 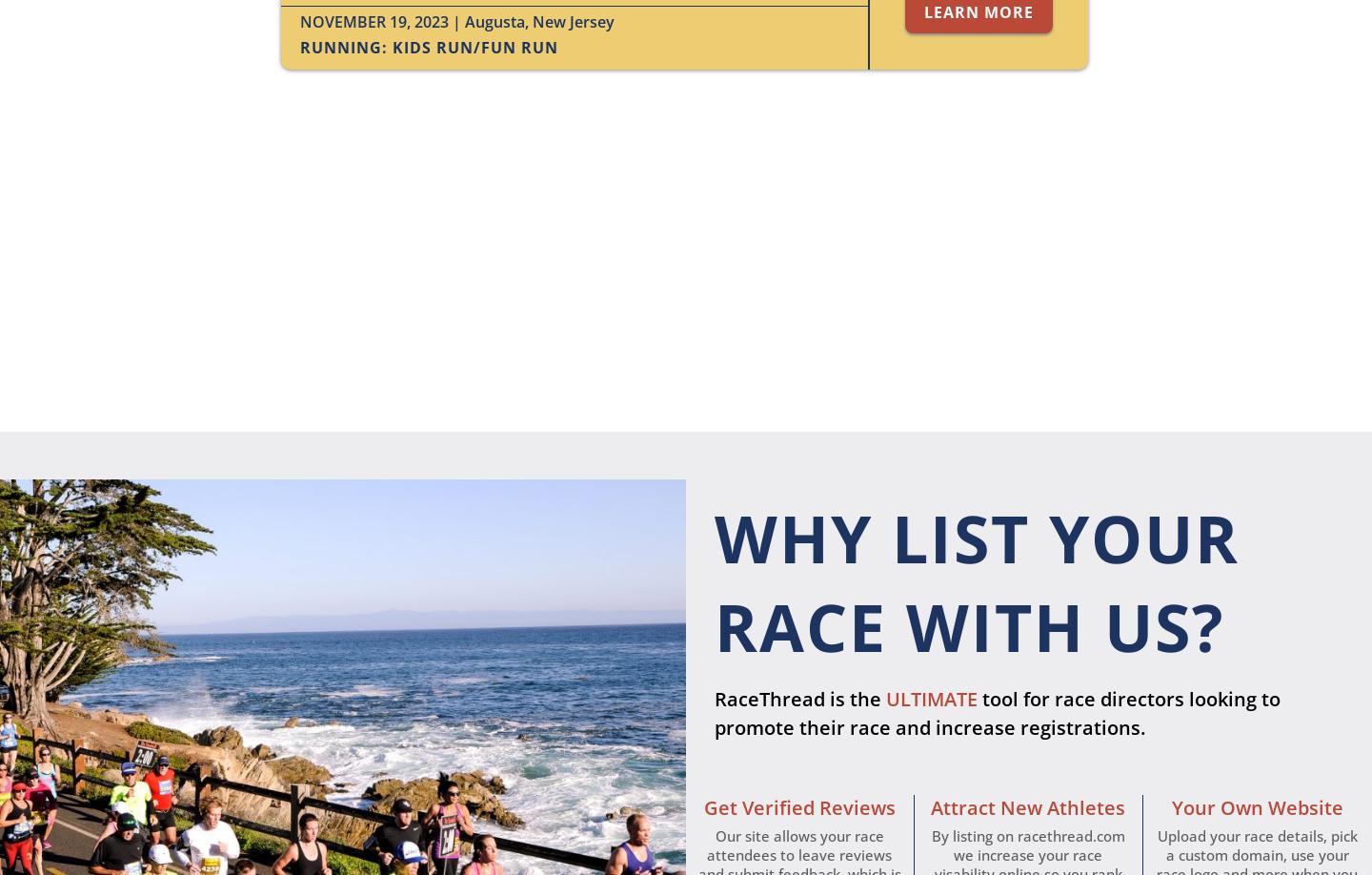 What do you see at coordinates (386, 48) in the screenshot?
I see `':'` at bounding box center [386, 48].